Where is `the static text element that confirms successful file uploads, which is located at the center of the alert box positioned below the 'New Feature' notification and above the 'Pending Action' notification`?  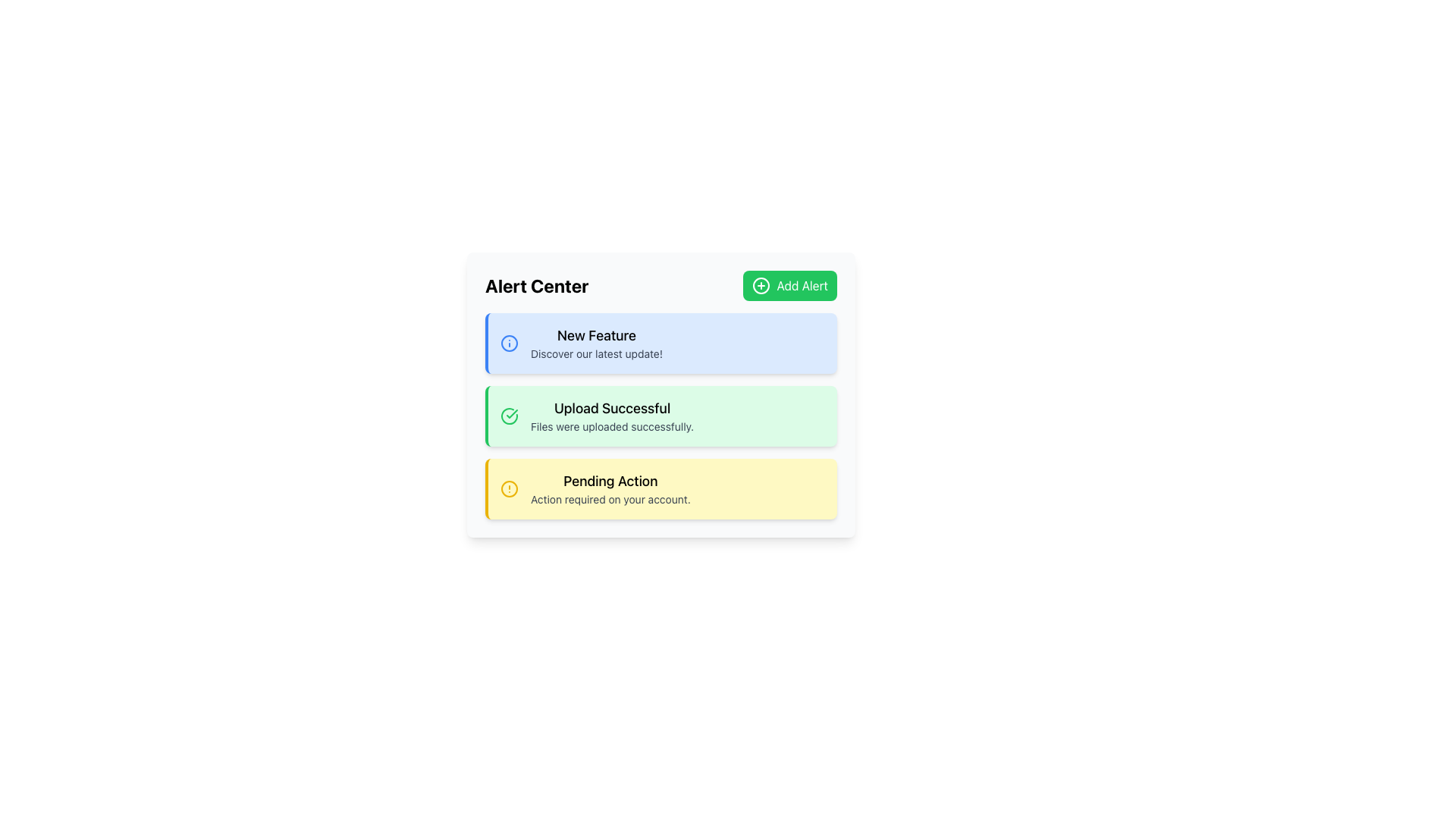
the static text element that confirms successful file uploads, which is located at the center of the alert box positioned below the 'New Feature' notification and above the 'Pending Action' notification is located at coordinates (612, 416).